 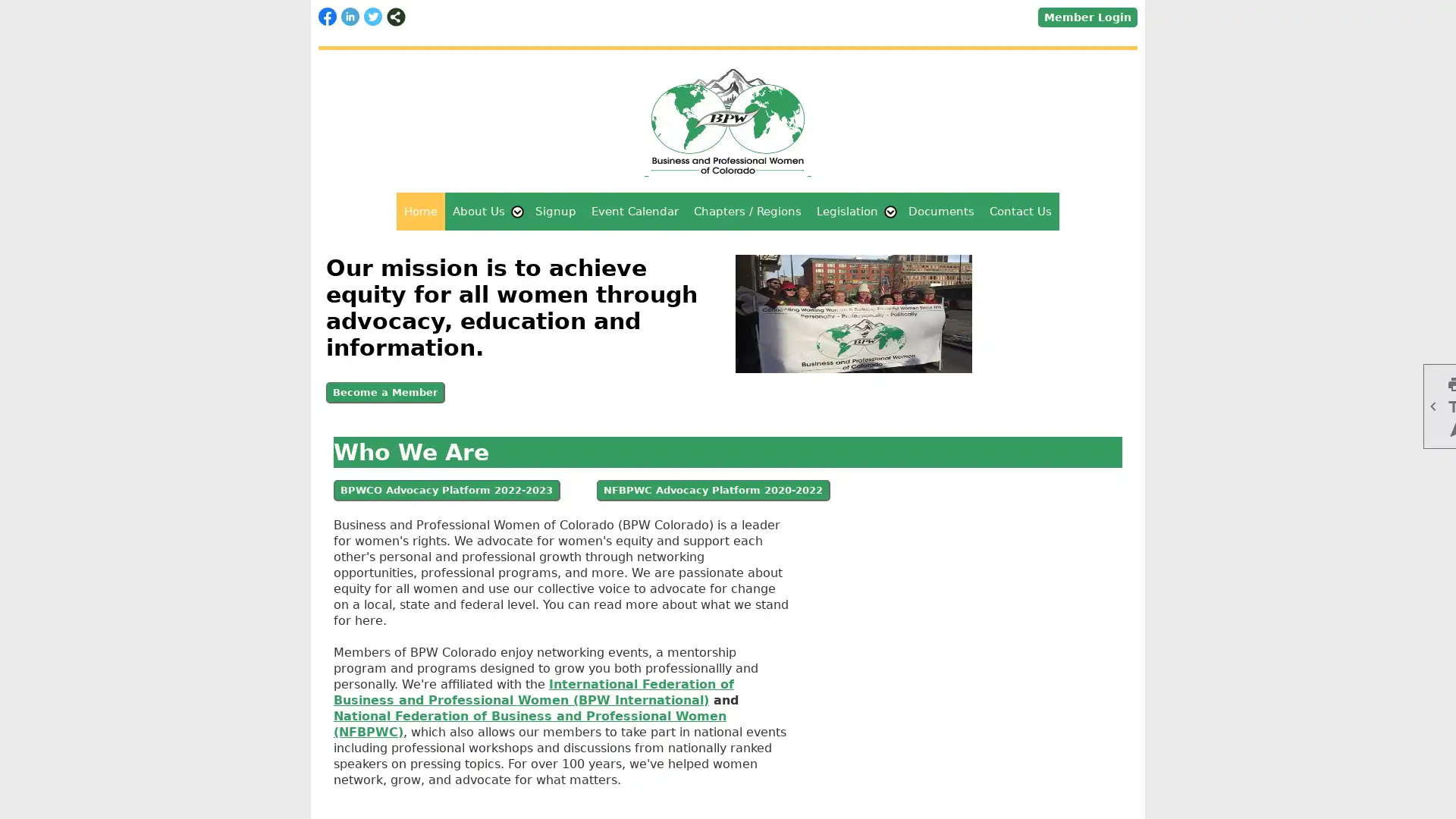 I want to click on Legislation, so click(x=855, y=211).